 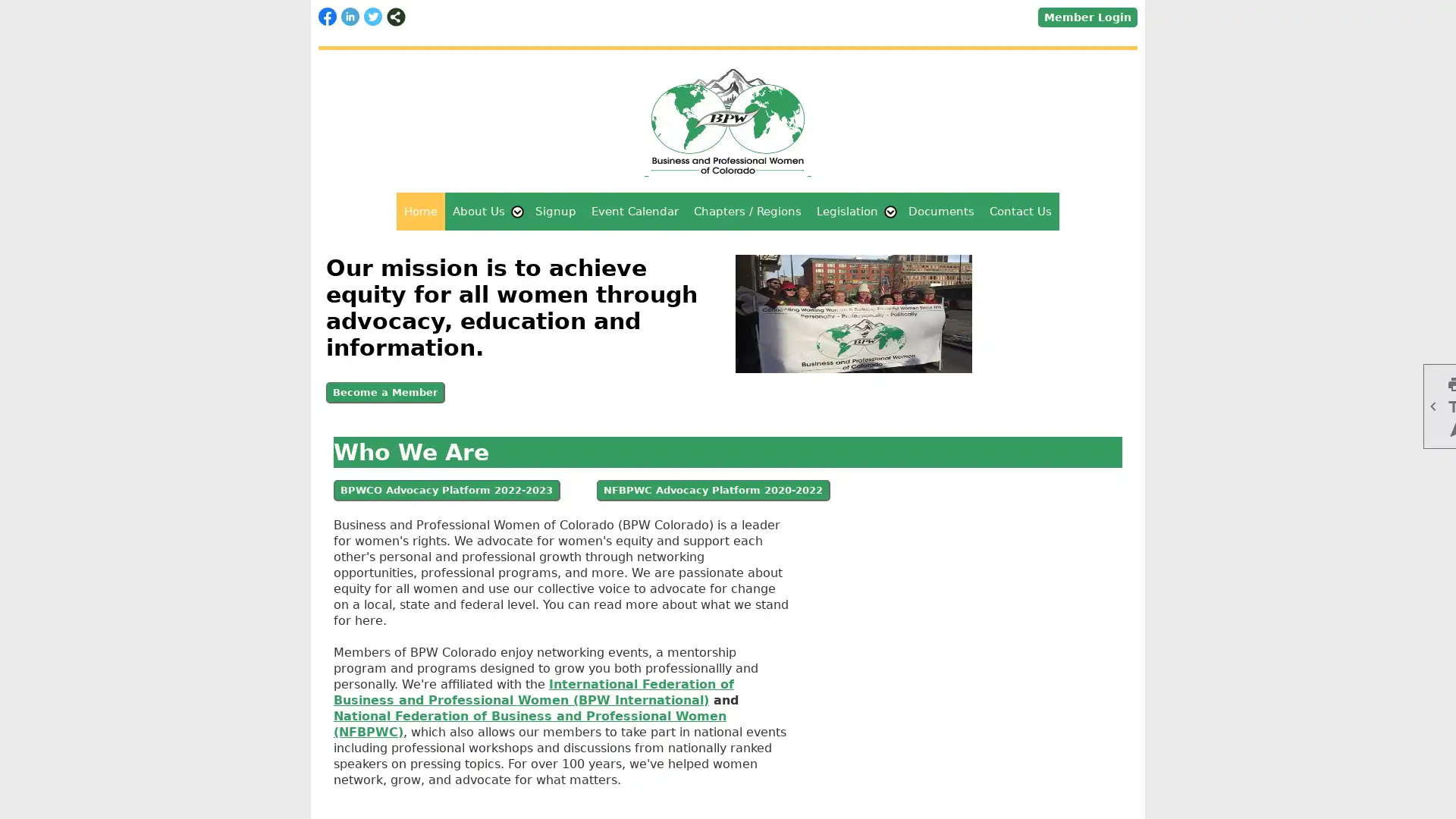 I want to click on Legislation, so click(x=855, y=211).